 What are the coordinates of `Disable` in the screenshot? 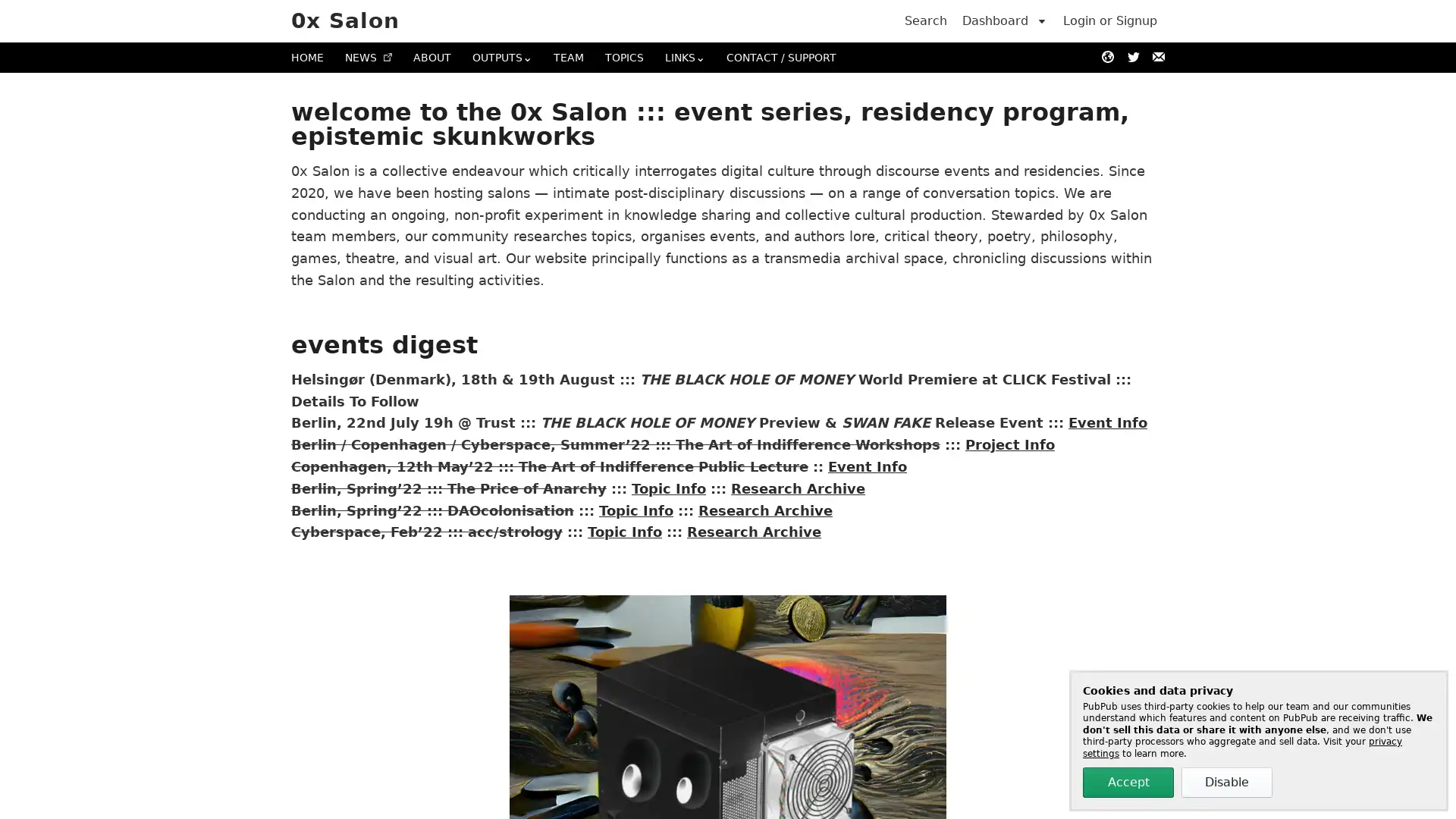 It's located at (1226, 783).